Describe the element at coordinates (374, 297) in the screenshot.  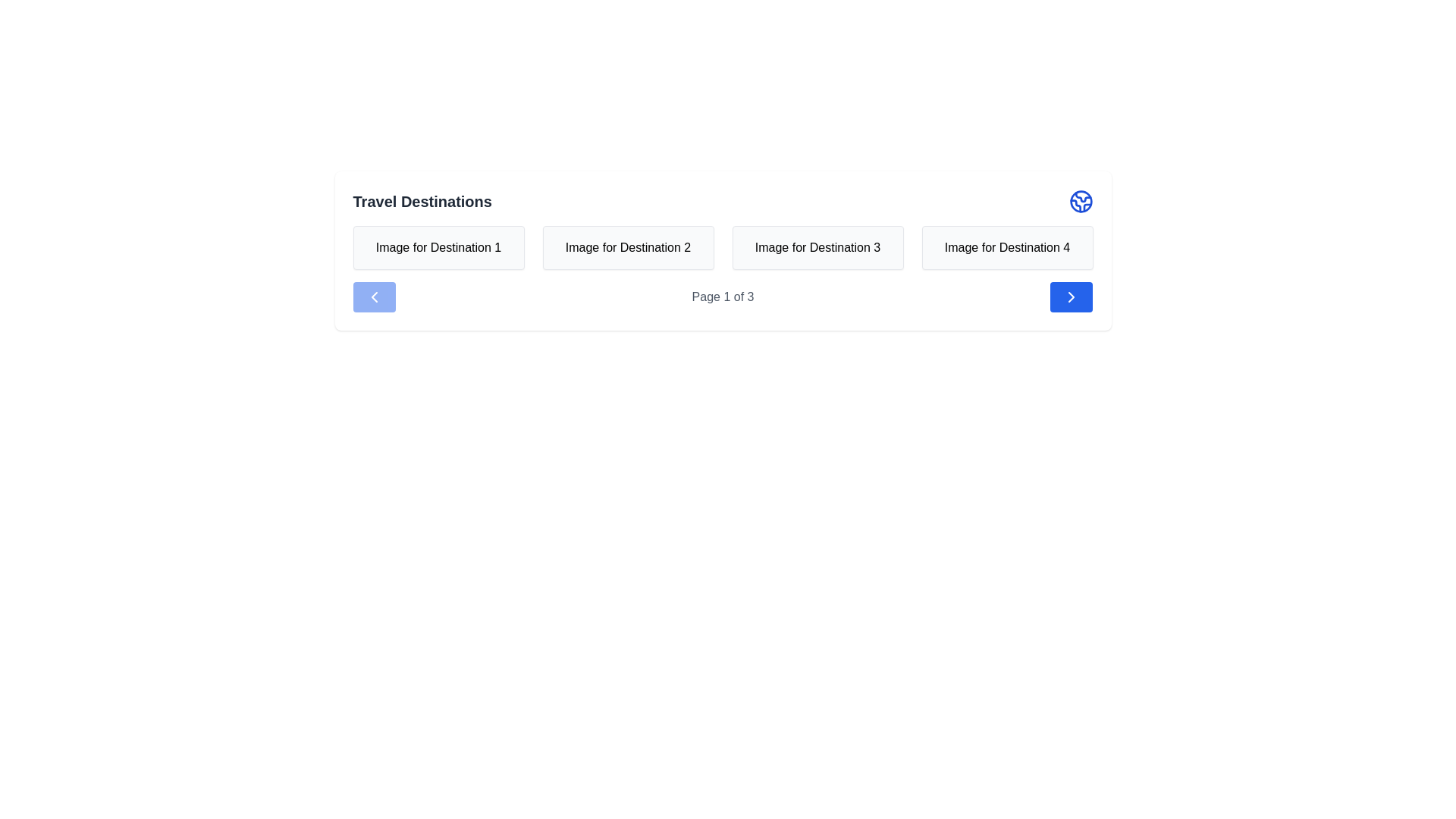
I see `the left chevron arrow icon located within the navigation button at the bottom left of the content section` at that location.